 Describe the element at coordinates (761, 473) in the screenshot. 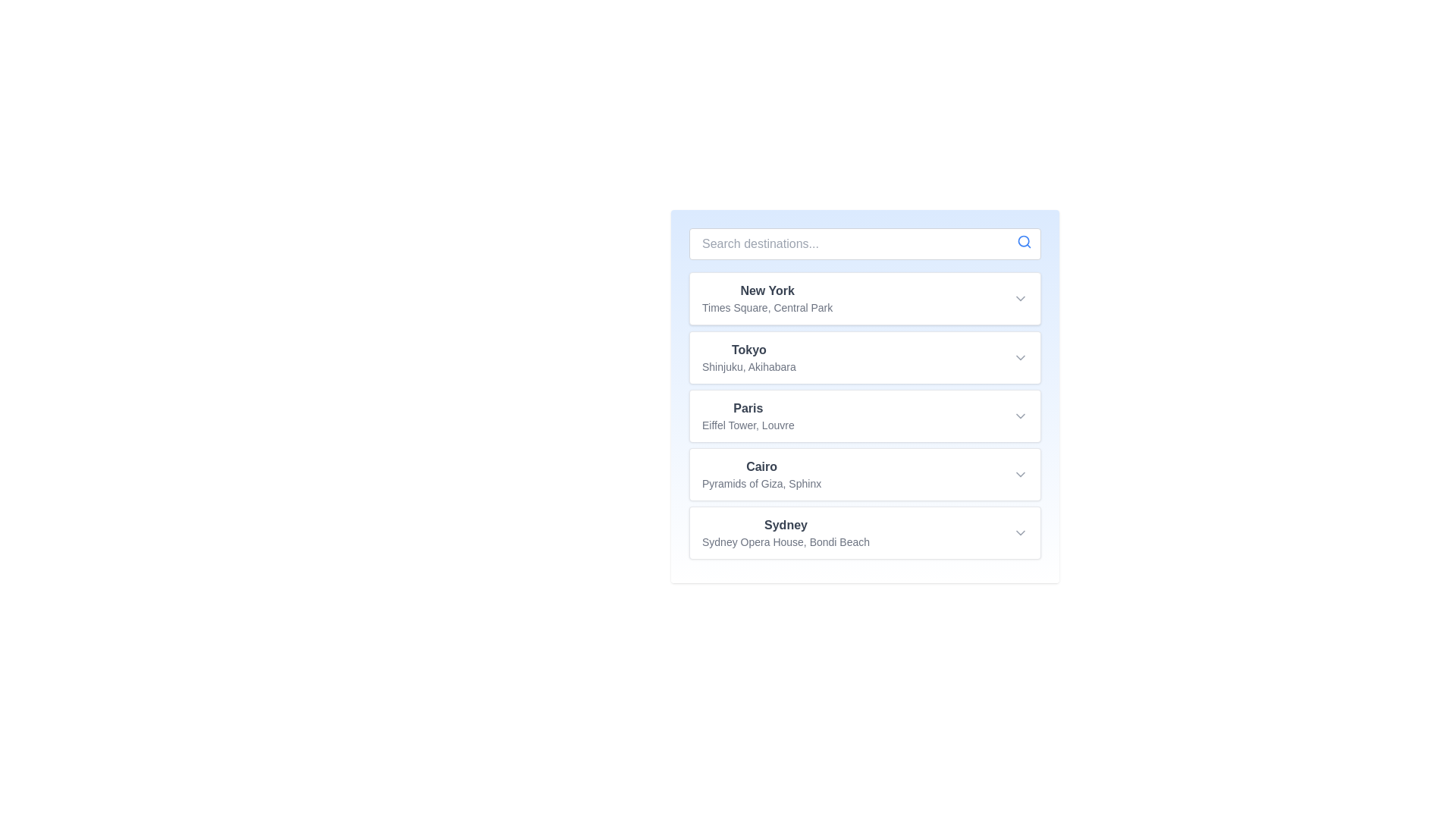

I see `the text element displaying 'Cairo' in bold followed by 'Pyramids of Giza, Sphinx' in smaller gray style, located between 'Paris' and 'Sydney' in a list` at that location.